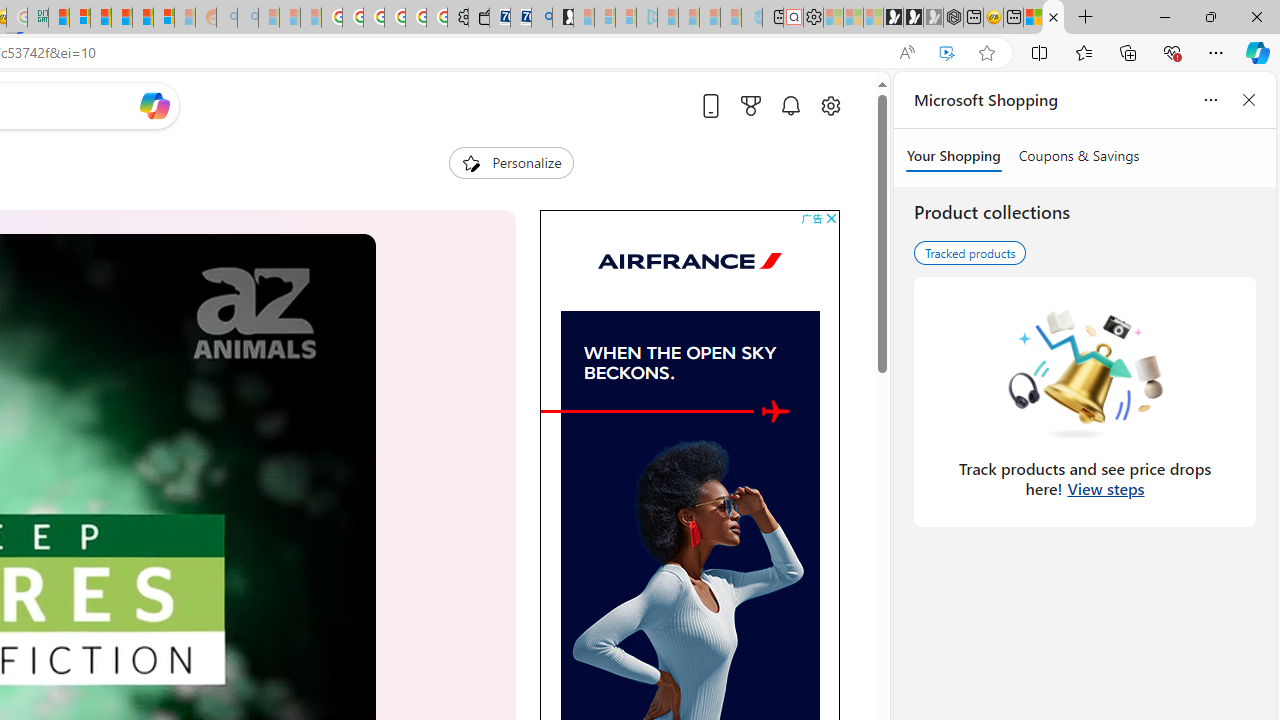  I want to click on 'Utah sues federal government - Search - Sleeping', so click(247, 17).